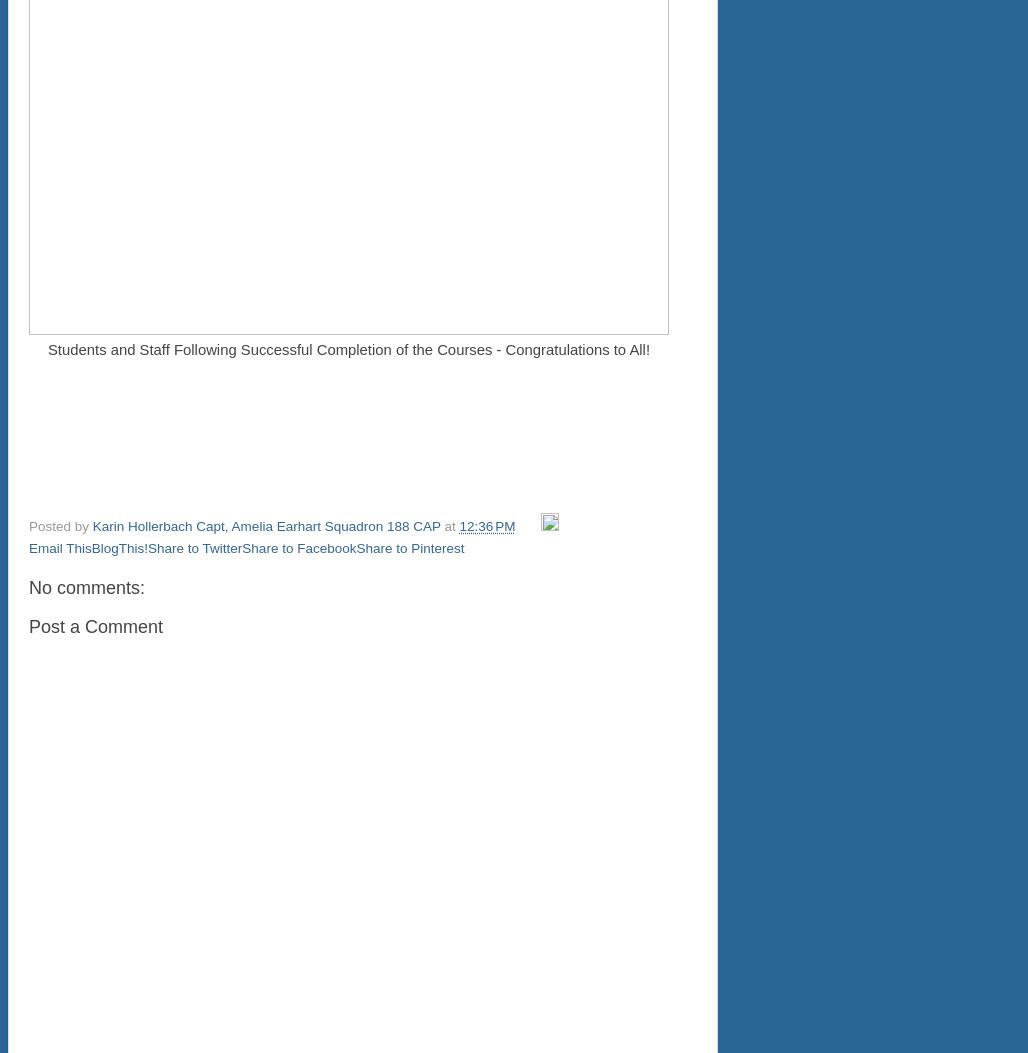 The image size is (1028, 1053). I want to click on 'Share to Twitter', so click(194, 547).